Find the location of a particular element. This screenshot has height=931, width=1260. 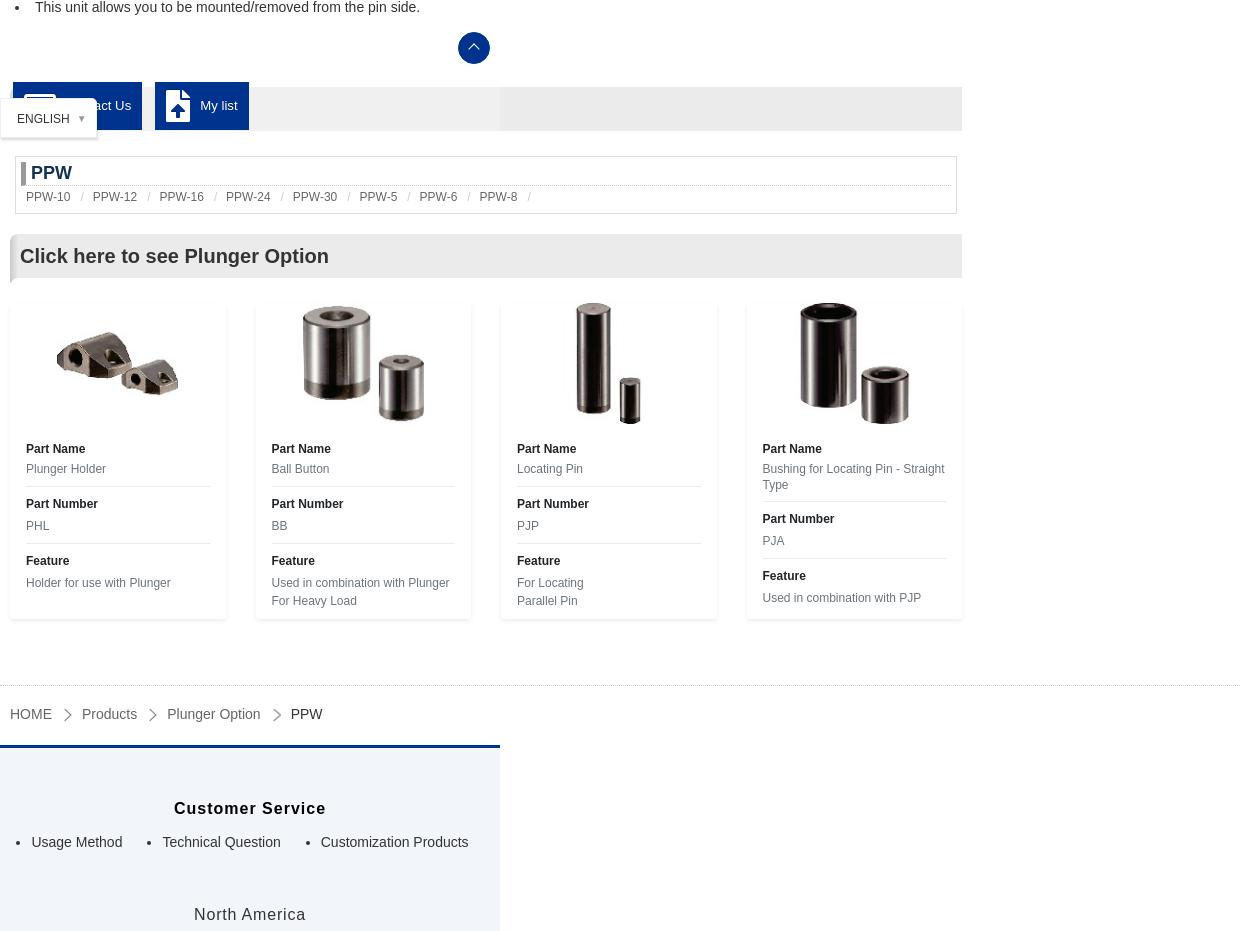

'Customer Service' is located at coordinates (249, 806).